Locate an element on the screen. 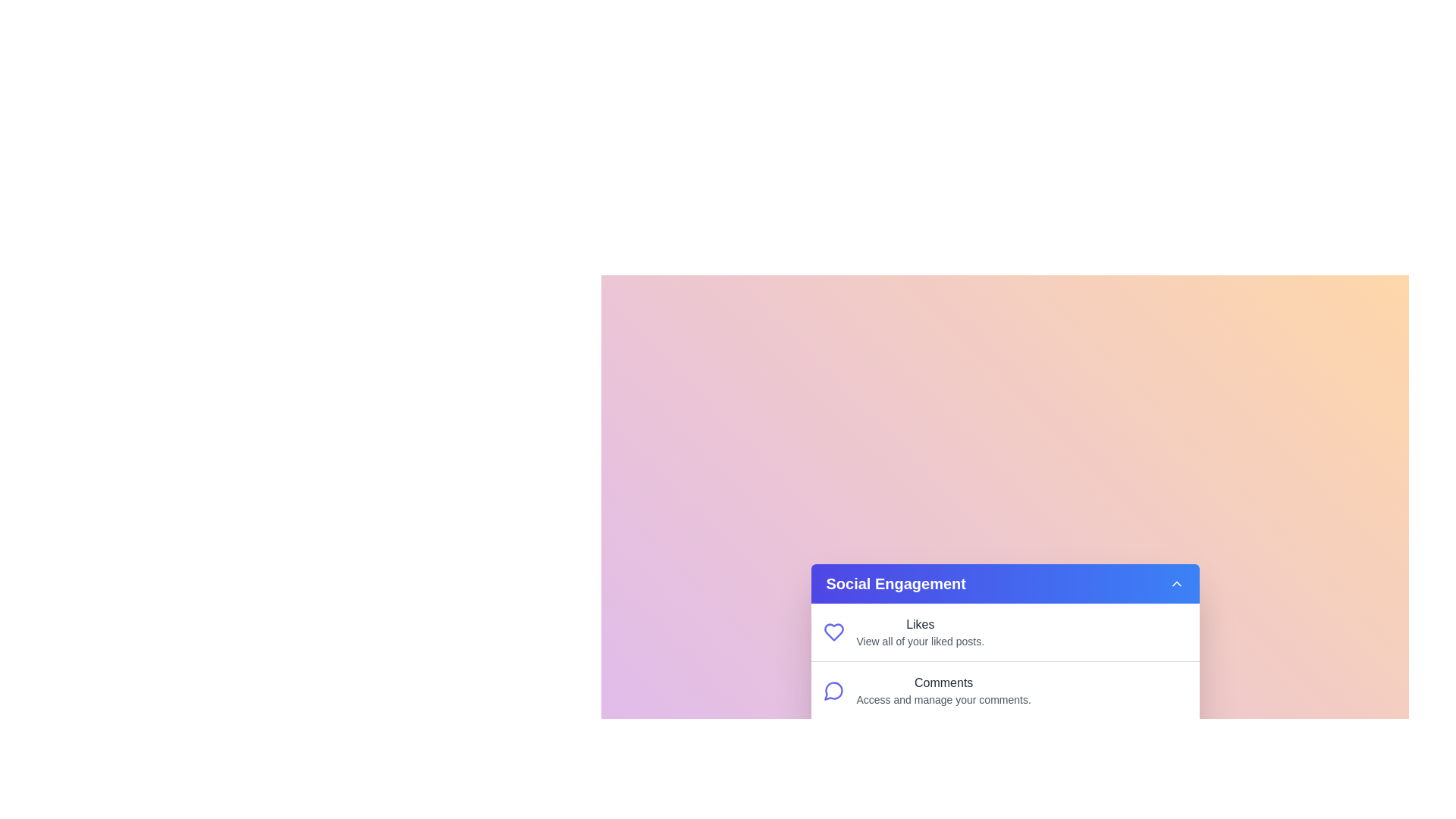 The height and width of the screenshot is (819, 1456). the menu item Likes to highlight it is located at coordinates (1005, 632).